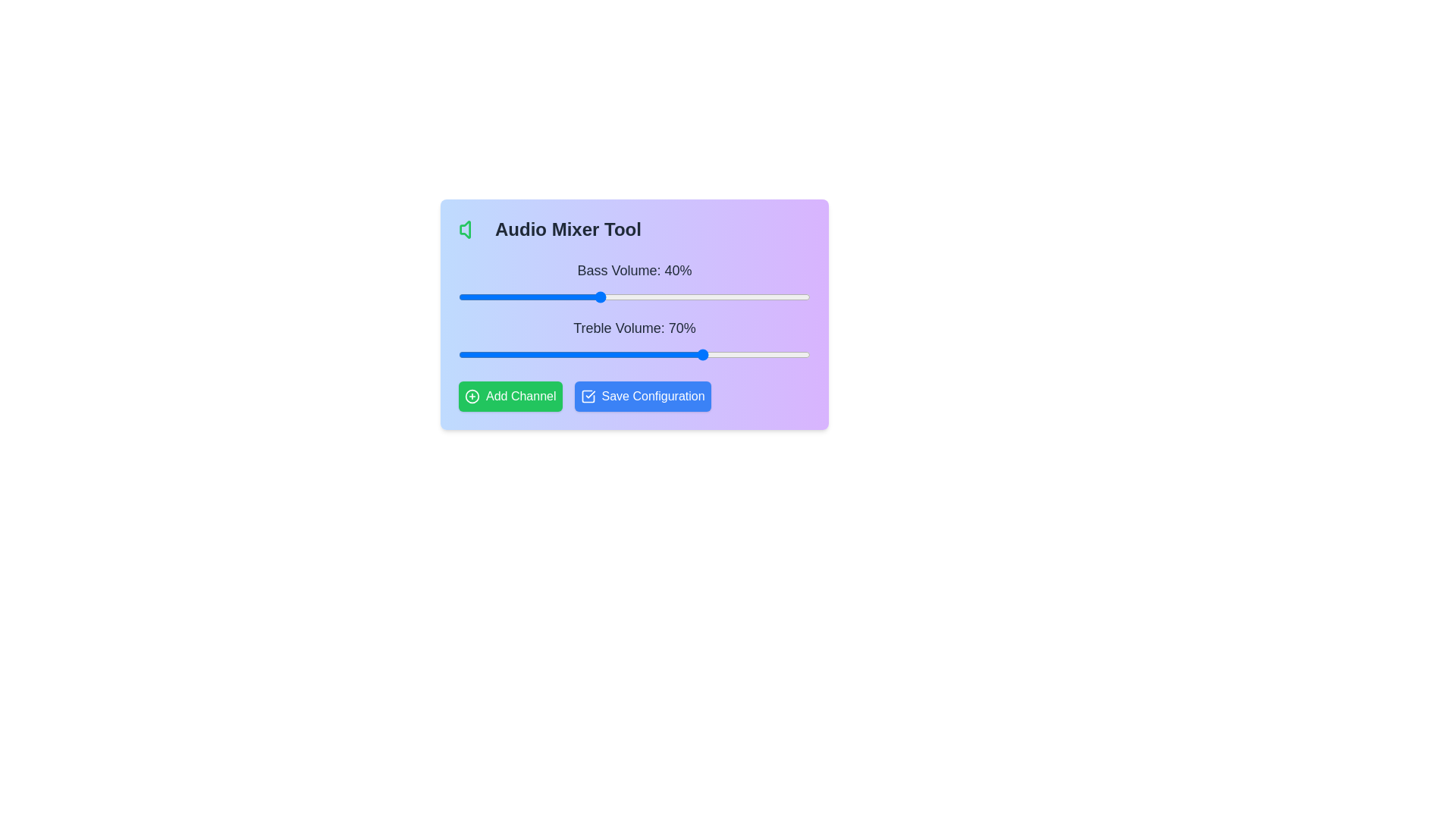 The height and width of the screenshot is (819, 1456). Describe the element at coordinates (786, 297) in the screenshot. I see `the slider` at that location.